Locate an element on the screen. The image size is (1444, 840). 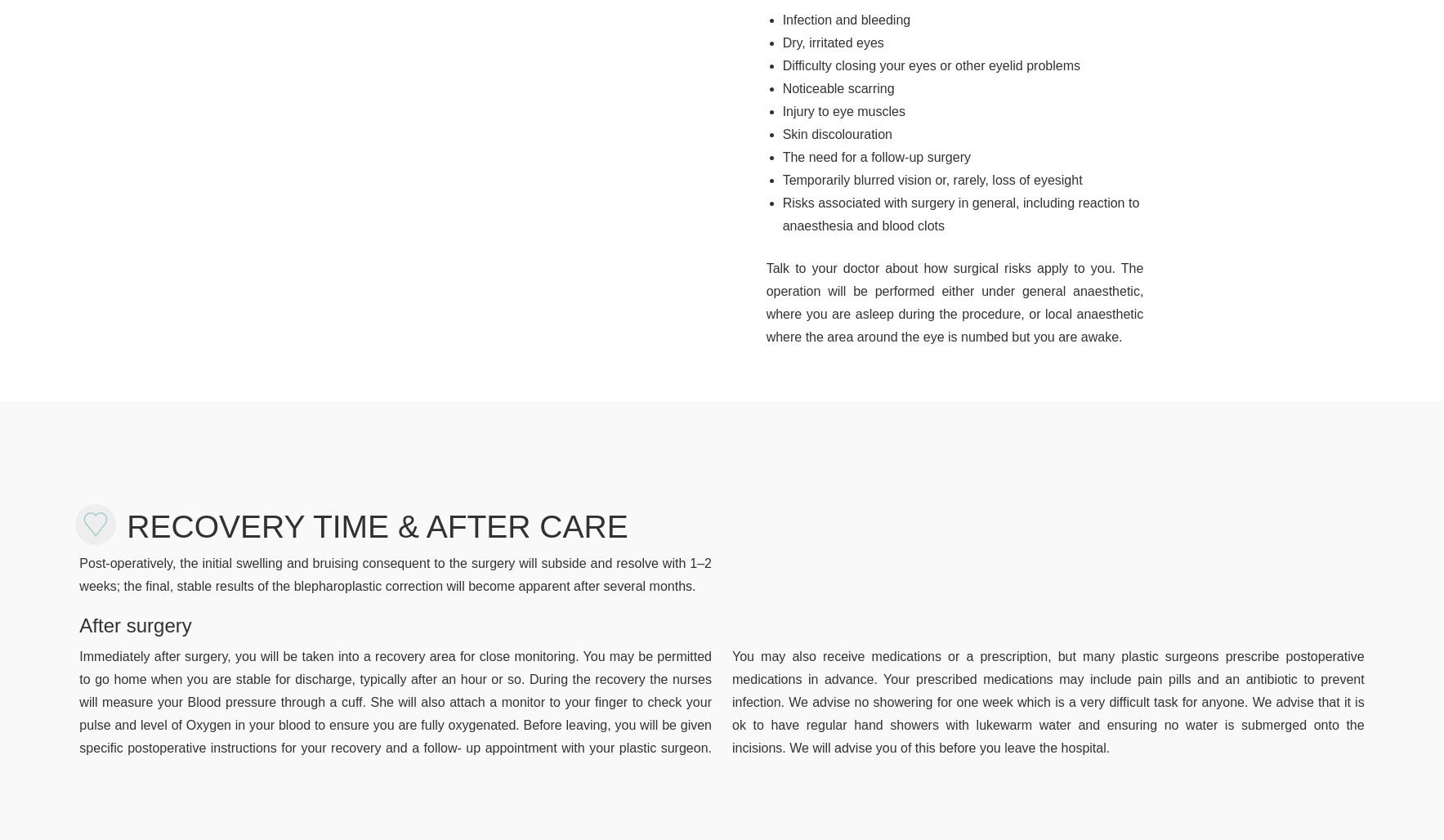
'Difficulty closing your eyes or other eyelid problems' is located at coordinates (931, 64).